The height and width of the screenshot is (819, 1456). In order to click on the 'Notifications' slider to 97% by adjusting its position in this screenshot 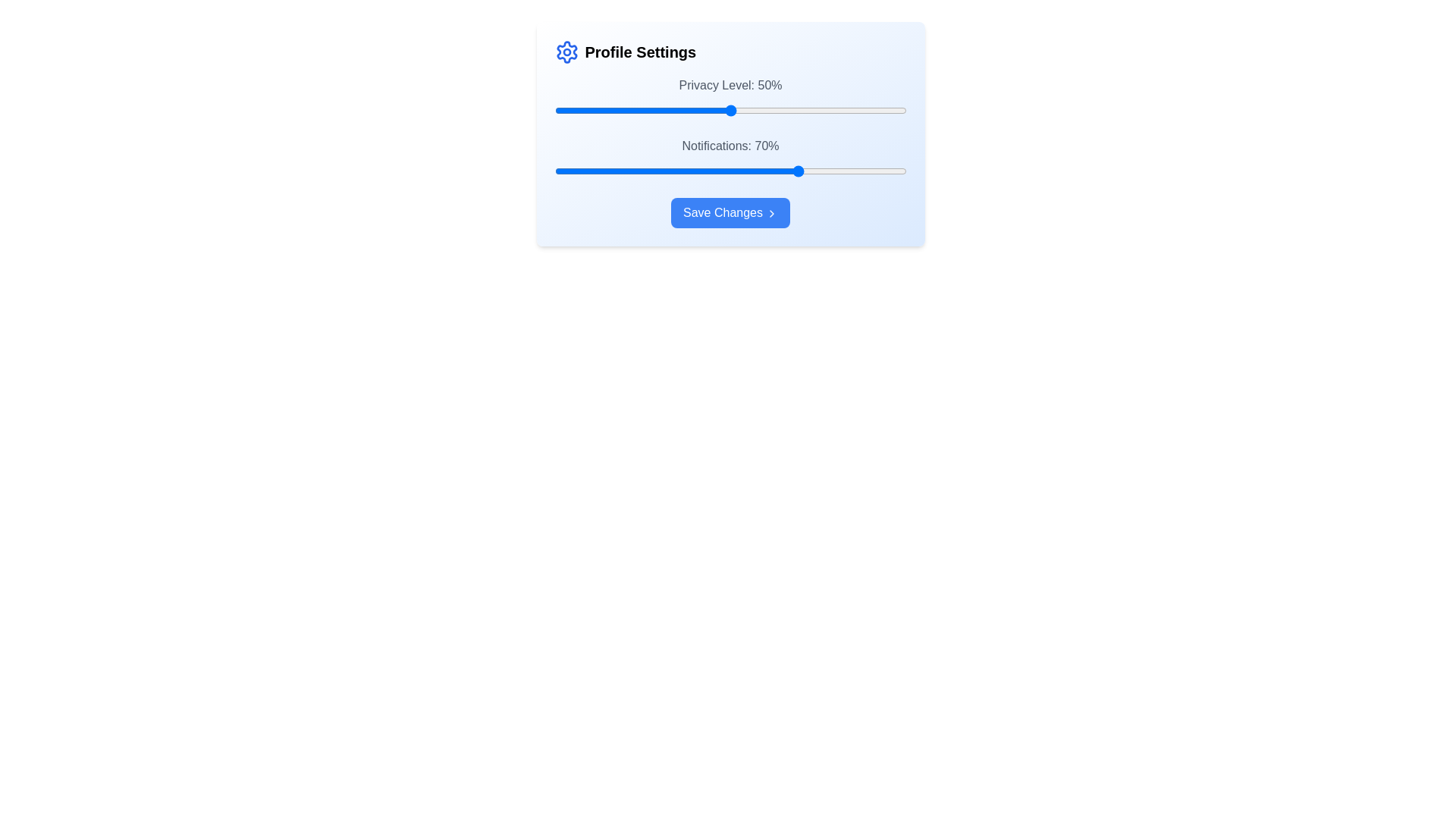, I will do `click(896, 171)`.